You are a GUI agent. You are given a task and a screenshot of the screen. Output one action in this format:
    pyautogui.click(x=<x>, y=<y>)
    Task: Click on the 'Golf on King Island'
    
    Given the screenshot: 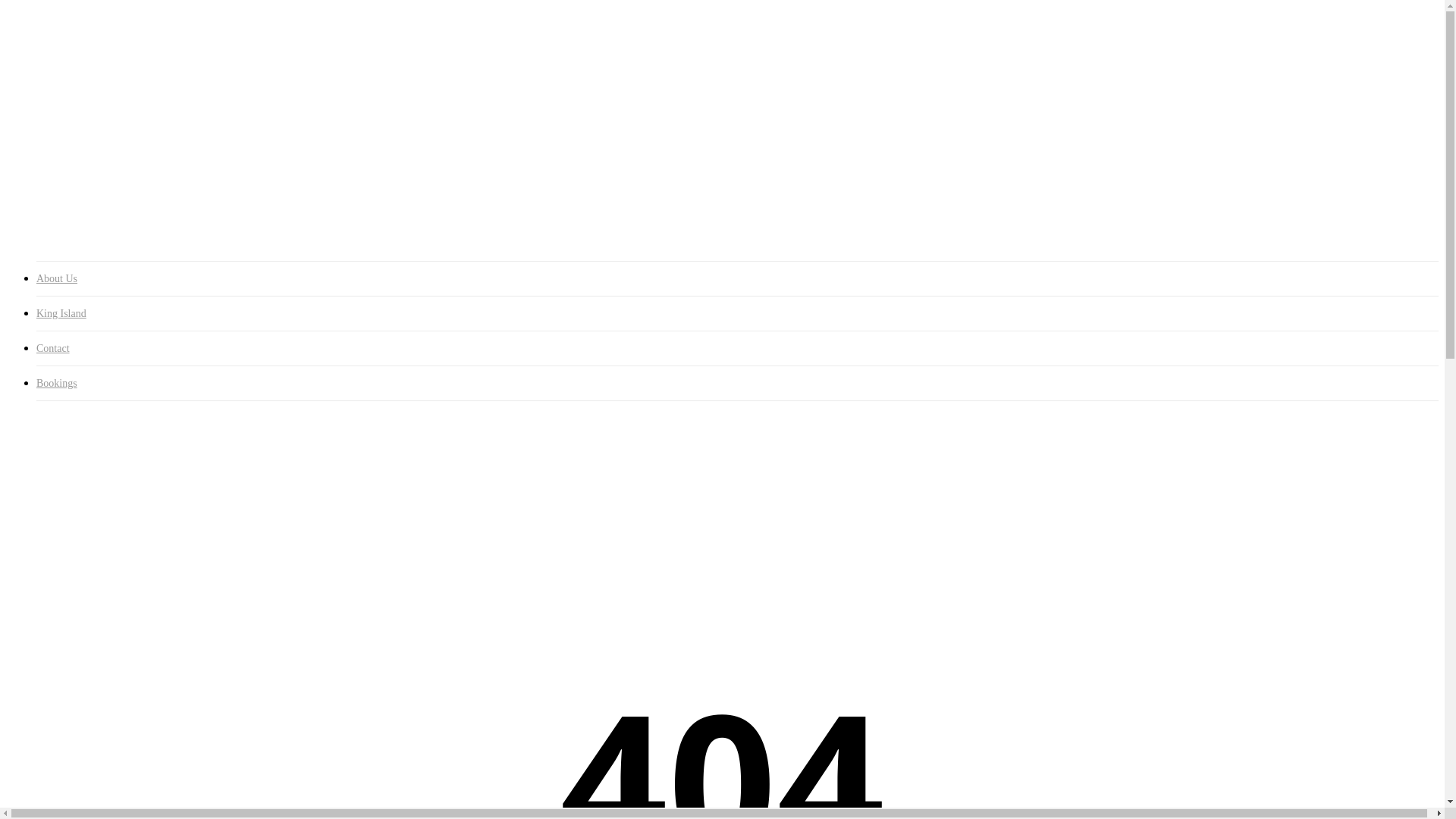 What is the action you would take?
    pyautogui.click(x=115, y=188)
    